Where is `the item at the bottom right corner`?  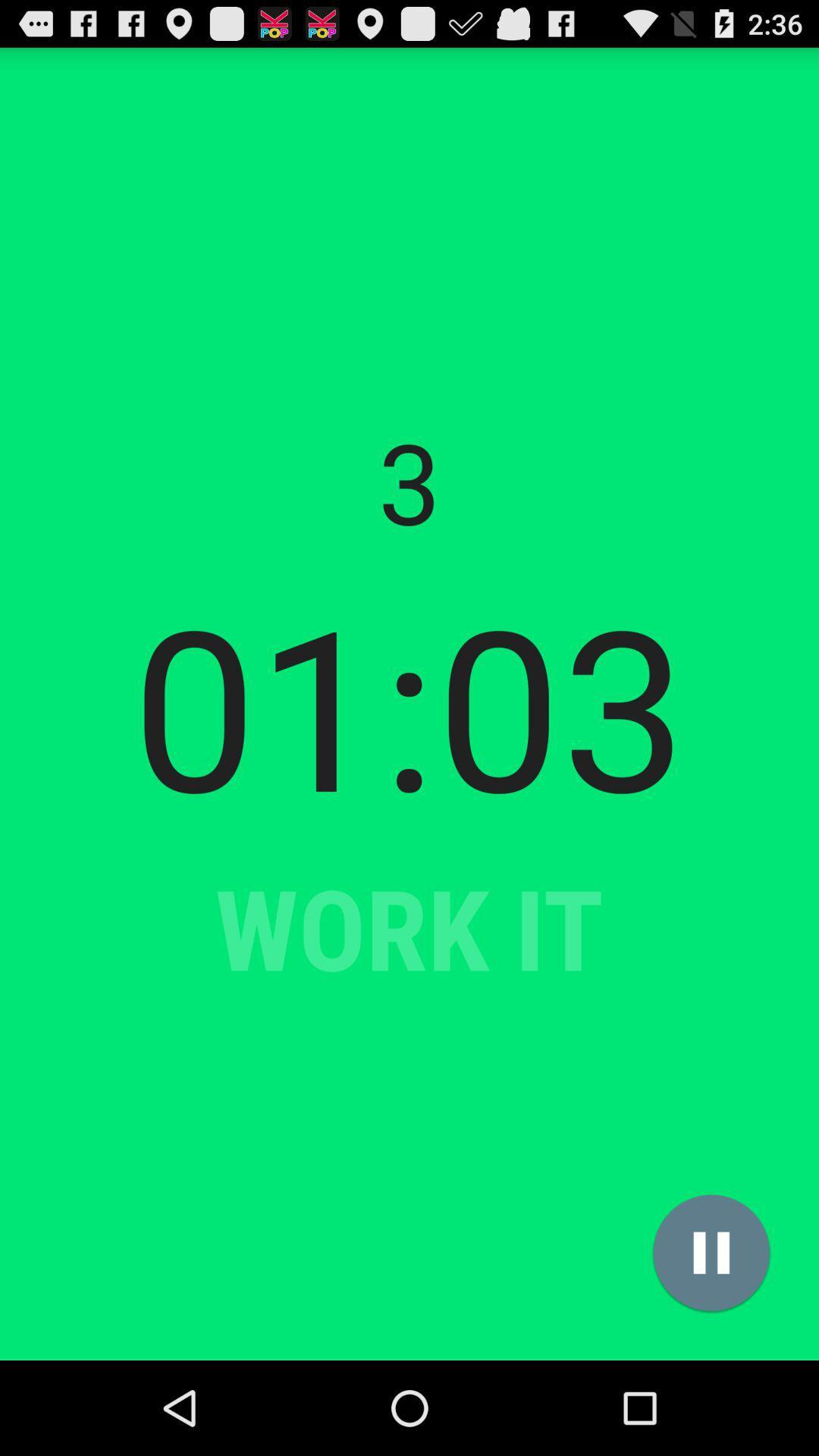 the item at the bottom right corner is located at coordinates (711, 1253).